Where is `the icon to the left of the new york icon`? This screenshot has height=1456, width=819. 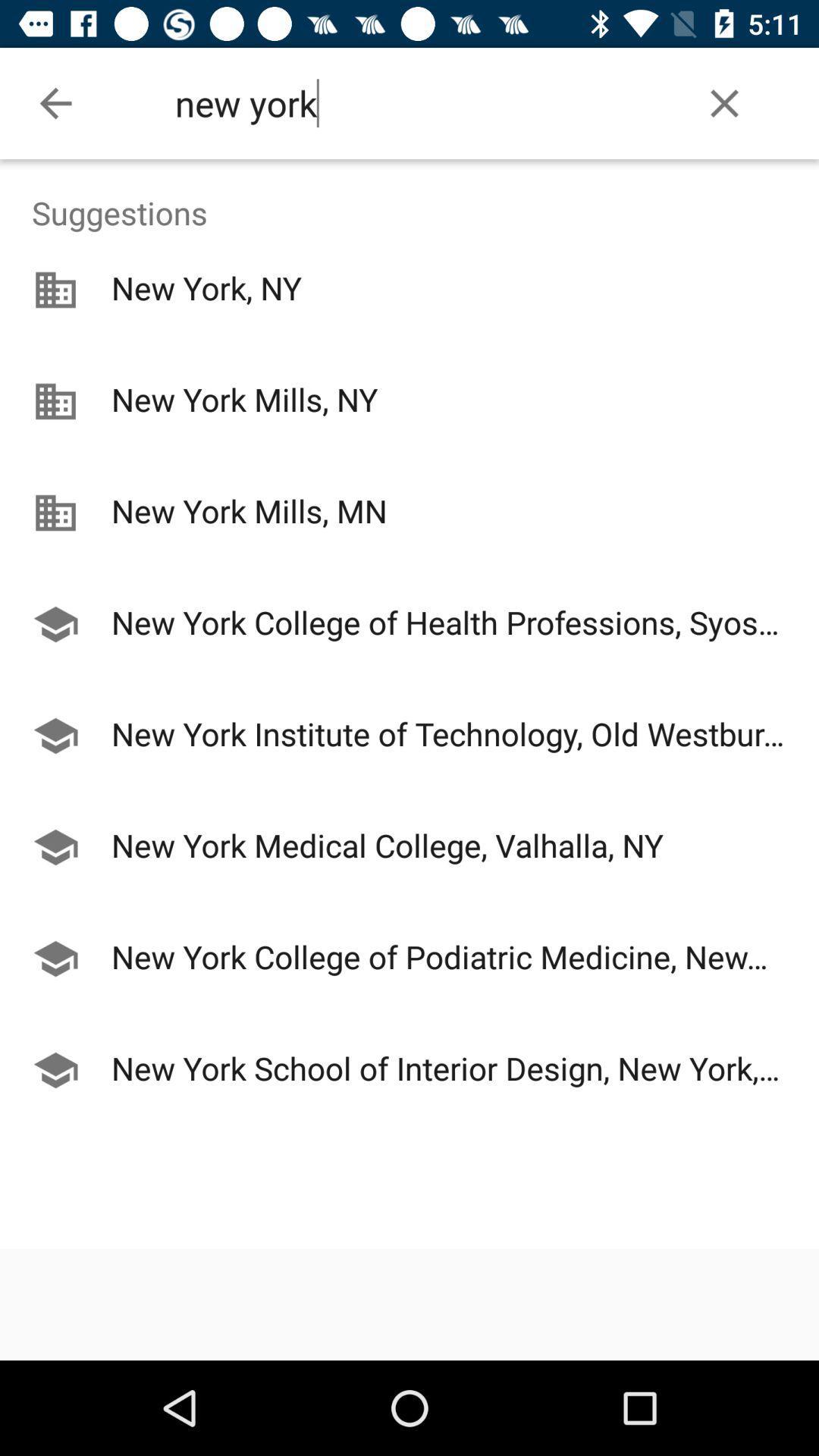 the icon to the left of the new york icon is located at coordinates (55, 102).